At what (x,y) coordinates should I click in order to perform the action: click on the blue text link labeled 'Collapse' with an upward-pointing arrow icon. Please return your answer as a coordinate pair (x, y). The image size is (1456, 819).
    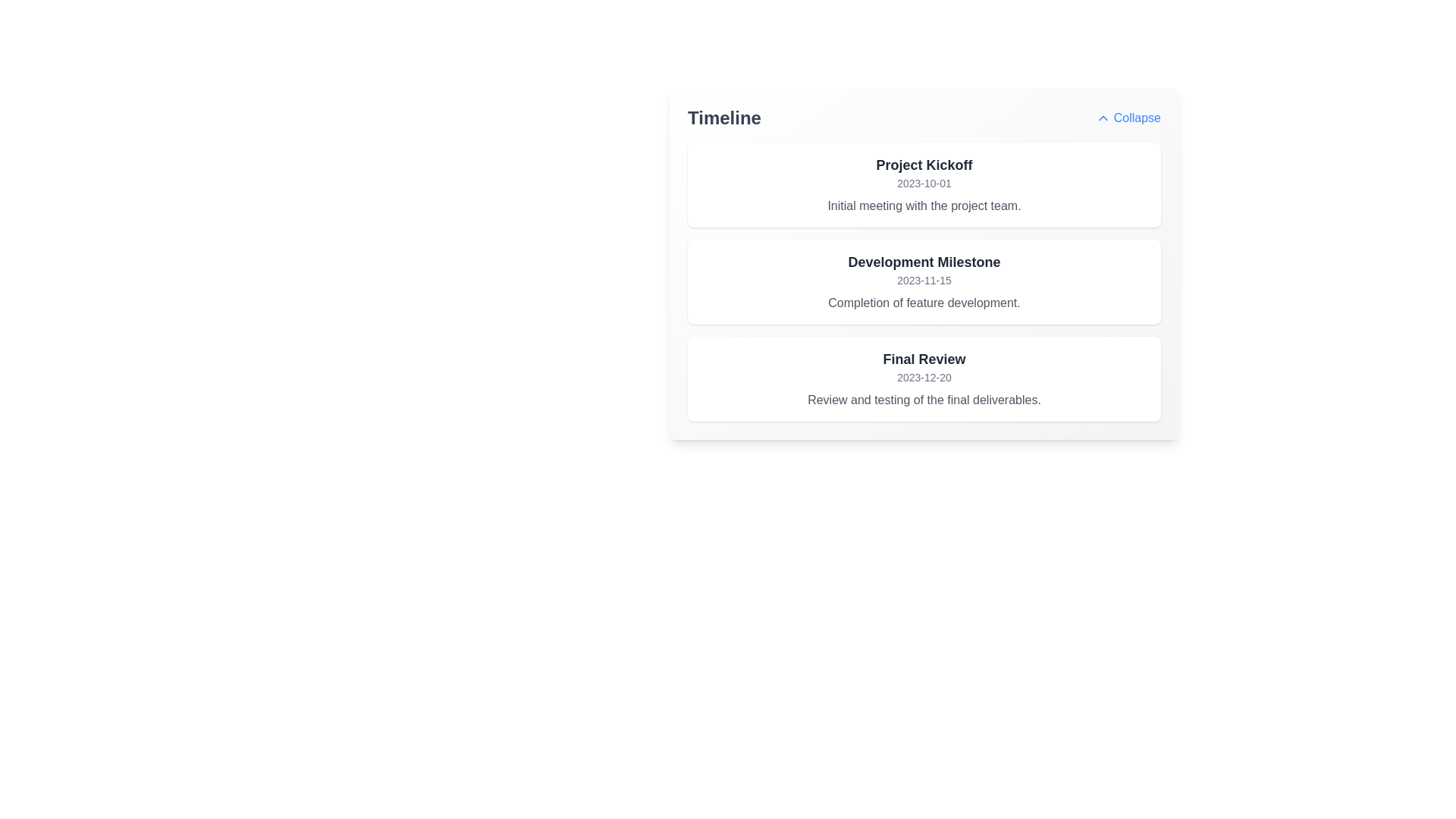
    Looking at the image, I should click on (1128, 117).